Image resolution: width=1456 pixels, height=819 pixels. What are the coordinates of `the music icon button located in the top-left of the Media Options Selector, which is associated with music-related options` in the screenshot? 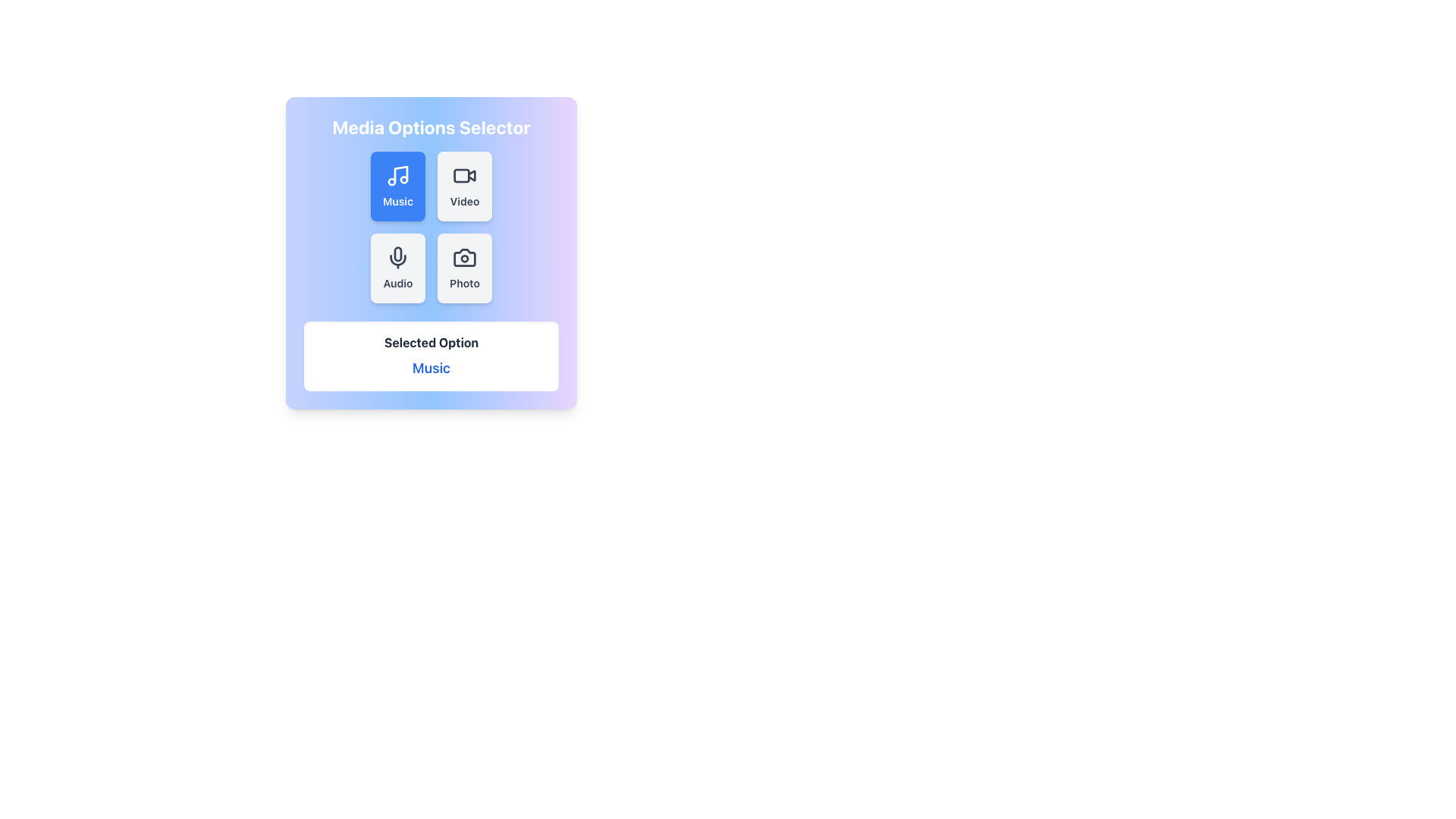 It's located at (400, 174).